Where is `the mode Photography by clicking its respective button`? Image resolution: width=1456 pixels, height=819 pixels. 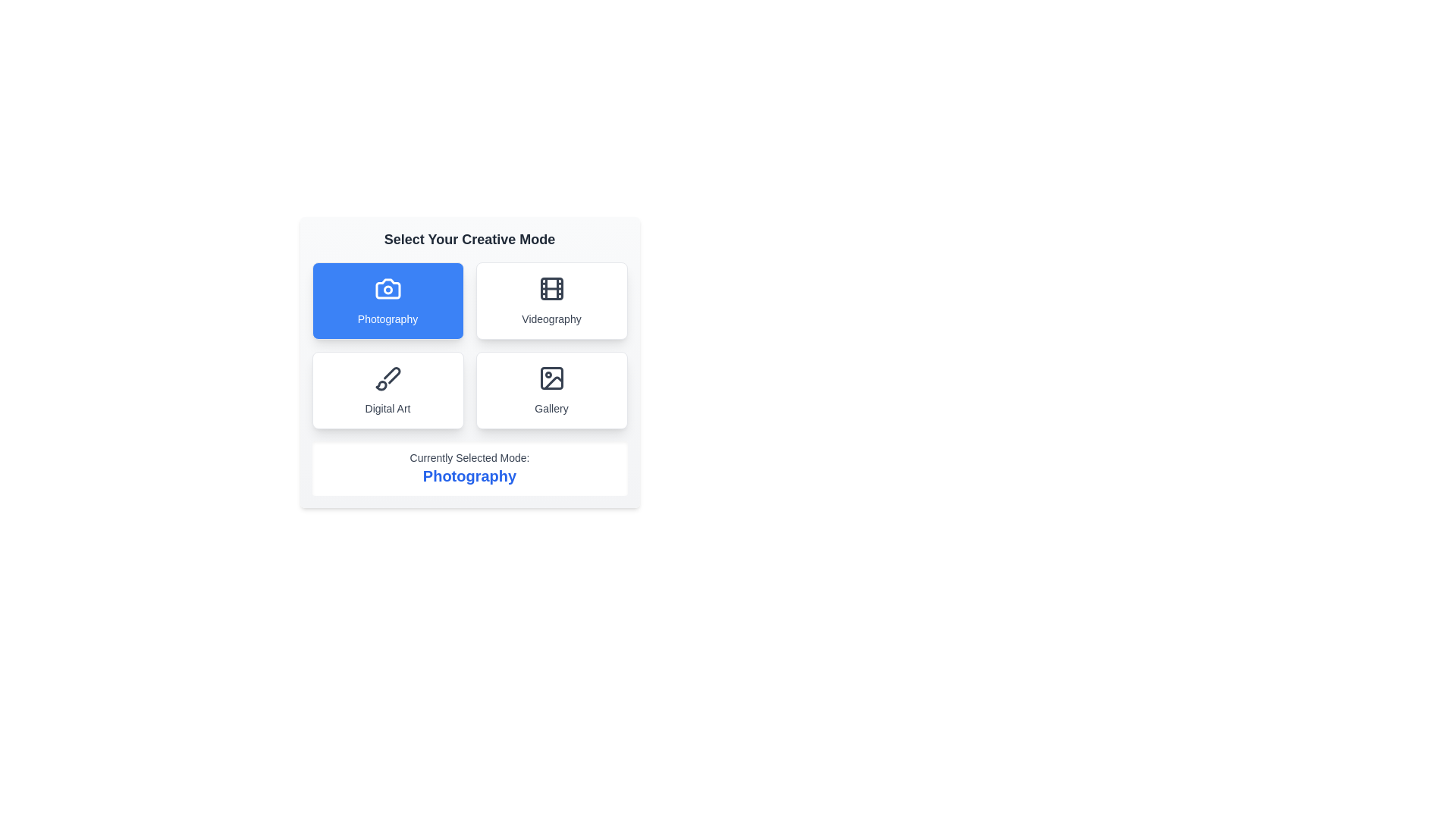 the mode Photography by clicking its respective button is located at coordinates (388, 301).